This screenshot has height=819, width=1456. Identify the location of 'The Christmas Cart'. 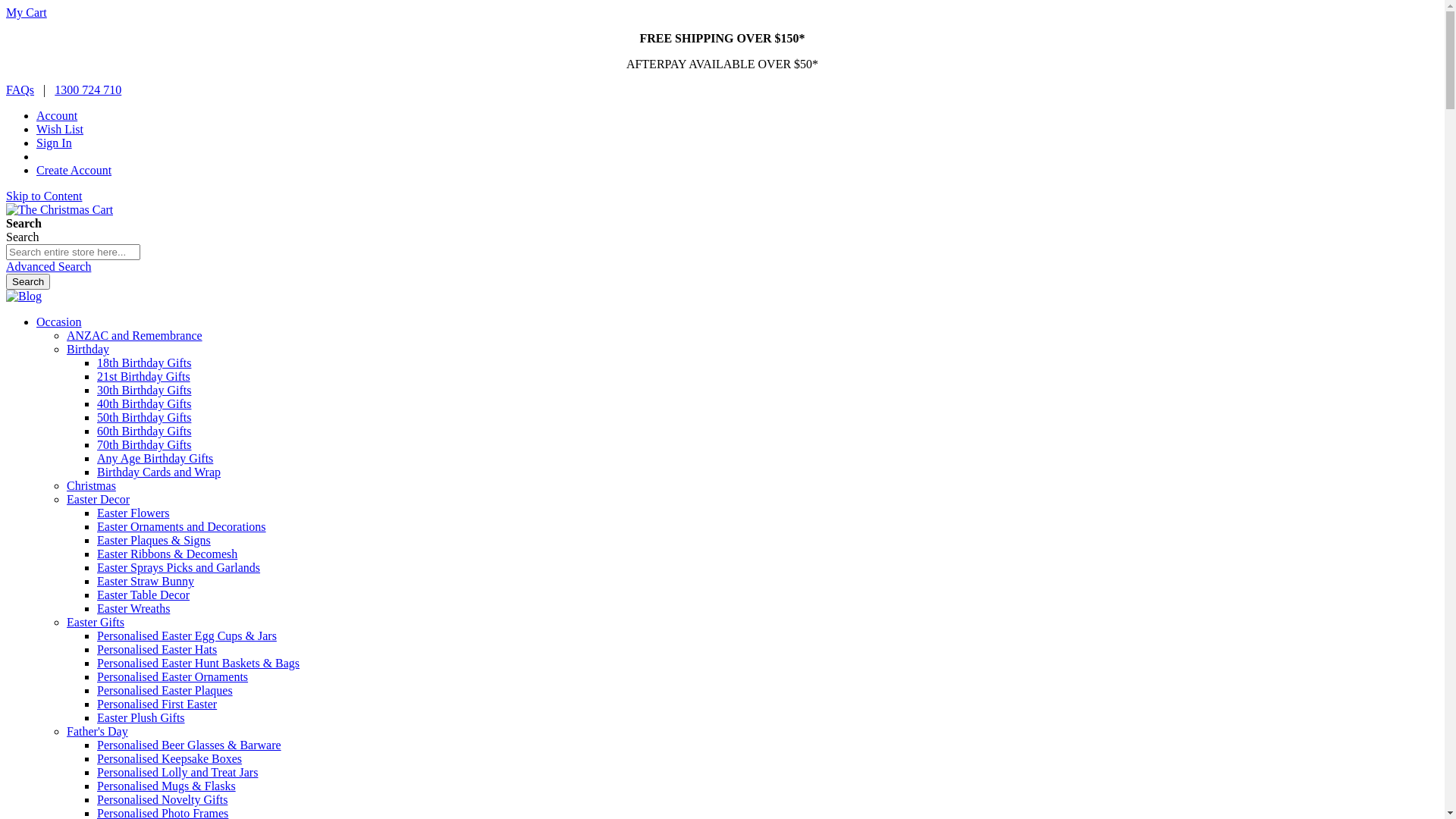
(6, 210).